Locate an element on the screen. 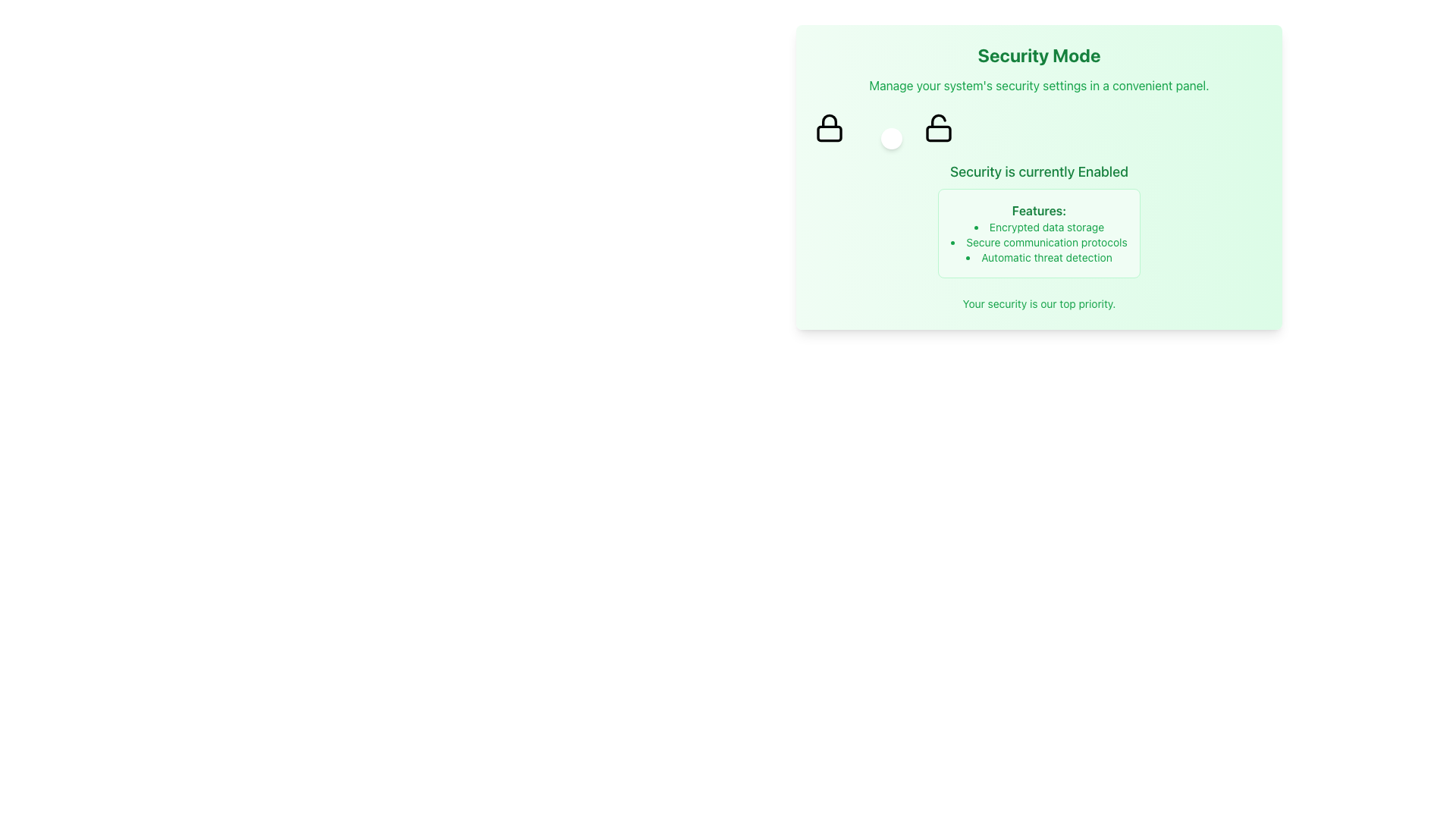  the 'Security Mode' TextBlock which is displayed in bold, large green font and contains a subtitle about managing system security settings is located at coordinates (1038, 69).